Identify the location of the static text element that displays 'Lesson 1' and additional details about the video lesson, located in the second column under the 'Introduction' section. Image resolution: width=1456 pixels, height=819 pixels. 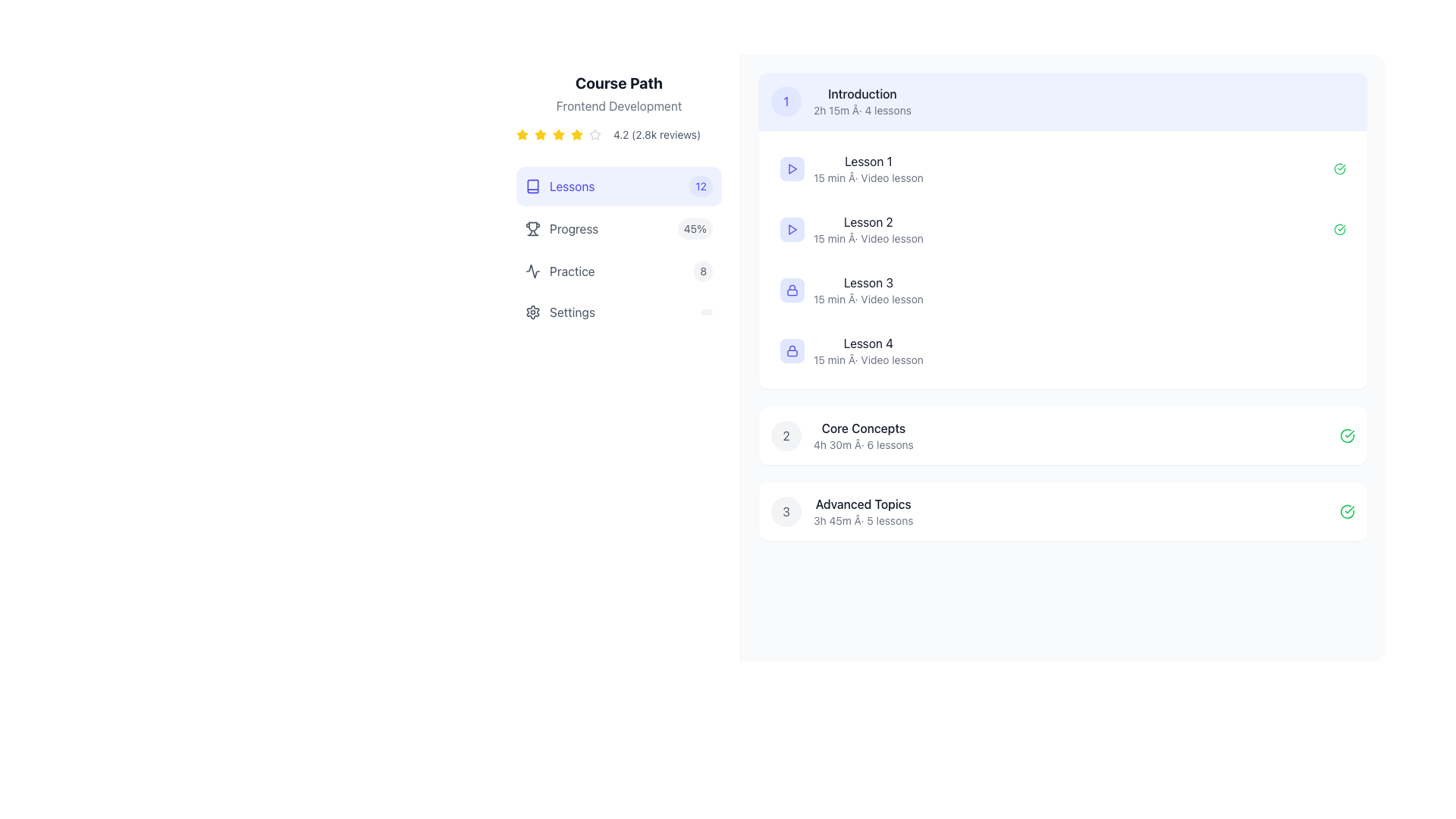
(868, 169).